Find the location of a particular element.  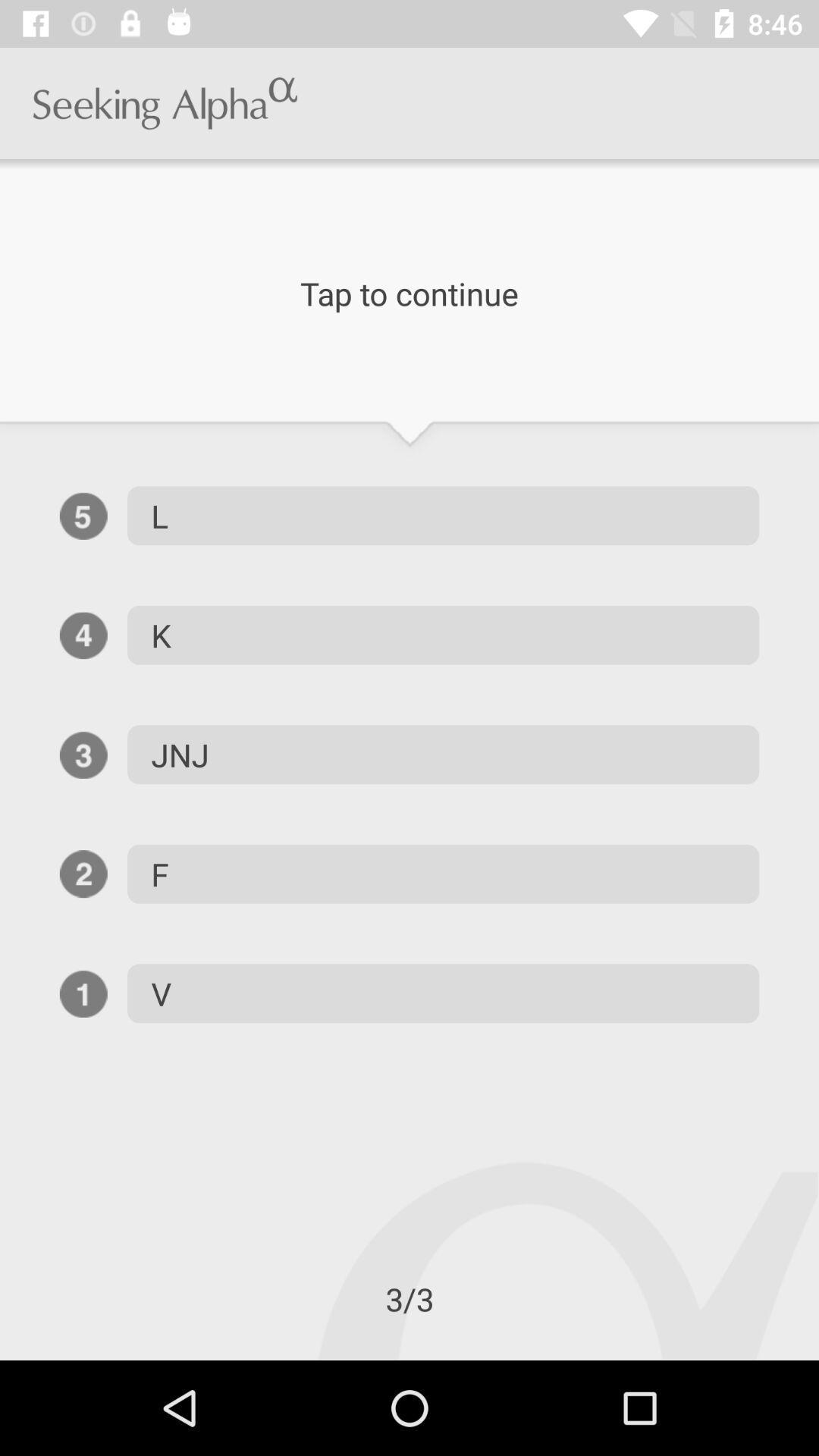

item below 3/3 icon is located at coordinates (0, 1360).